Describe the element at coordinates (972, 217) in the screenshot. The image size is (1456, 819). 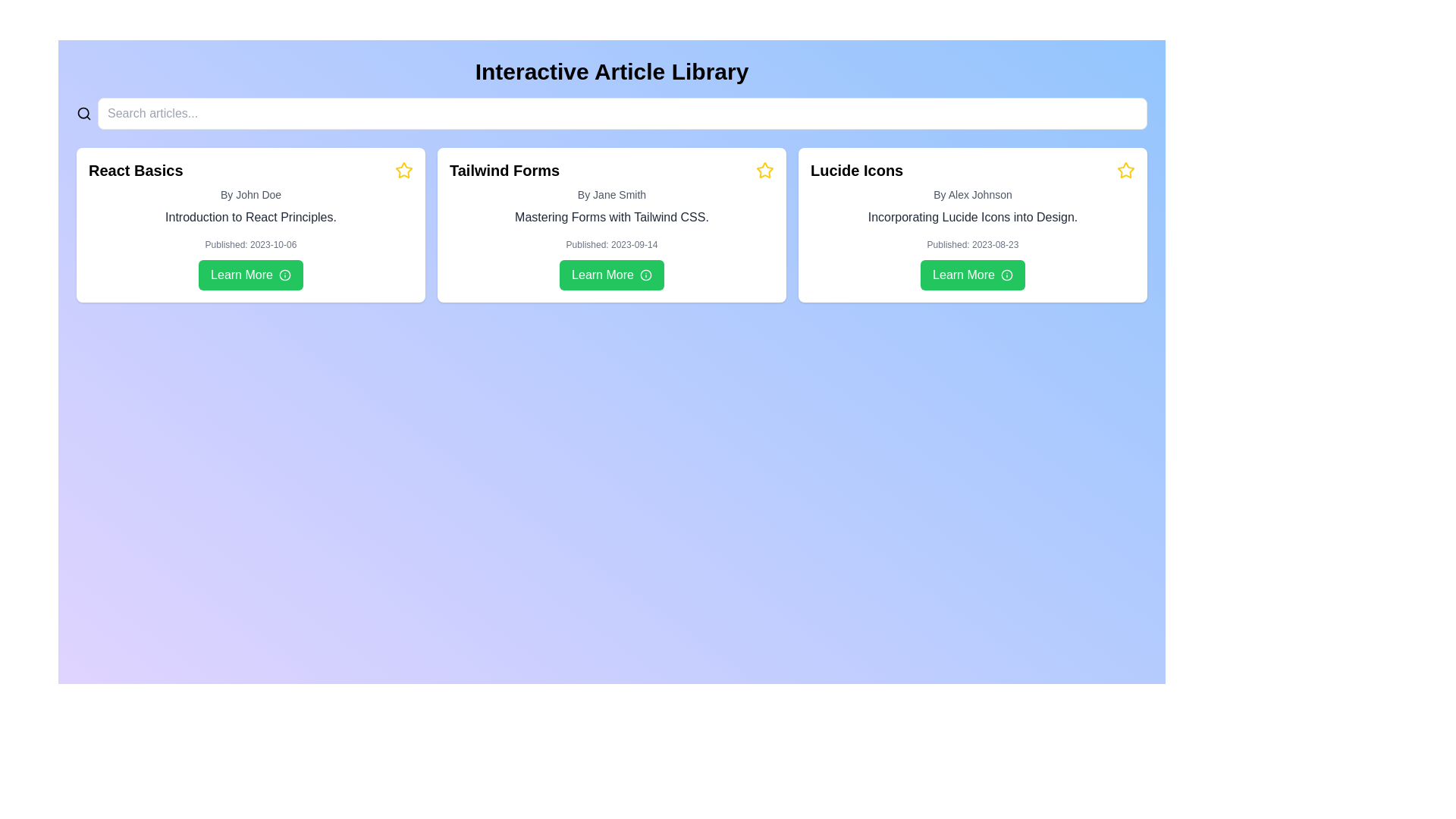
I see `the static text that reads 'Incorporating Lucide Icons into Design.' which is styled with a gray font and positioned below 'By Alex Johnson' within the third card` at that location.